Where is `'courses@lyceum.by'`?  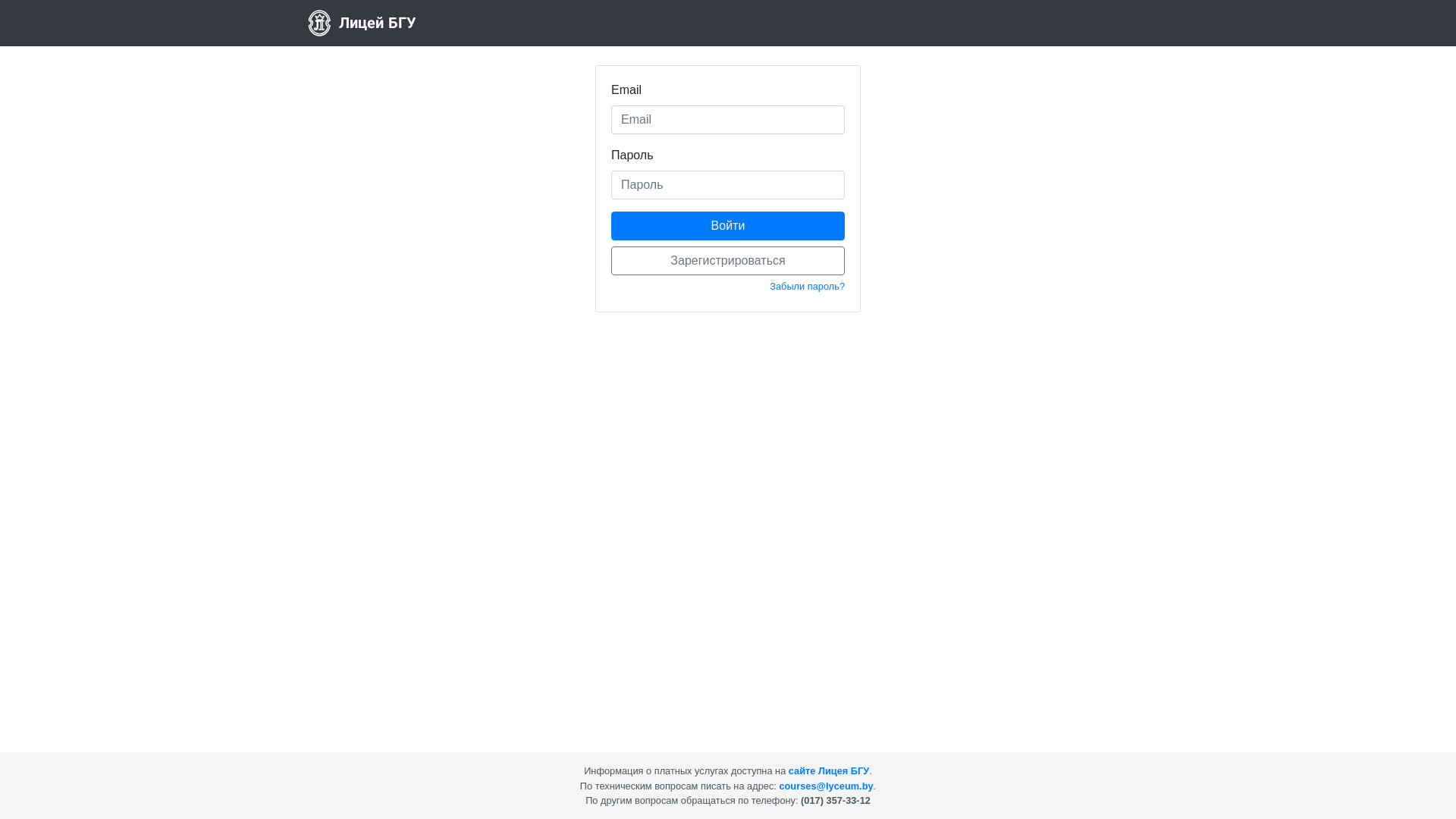 'courses@lyceum.by' is located at coordinates (825, 785).